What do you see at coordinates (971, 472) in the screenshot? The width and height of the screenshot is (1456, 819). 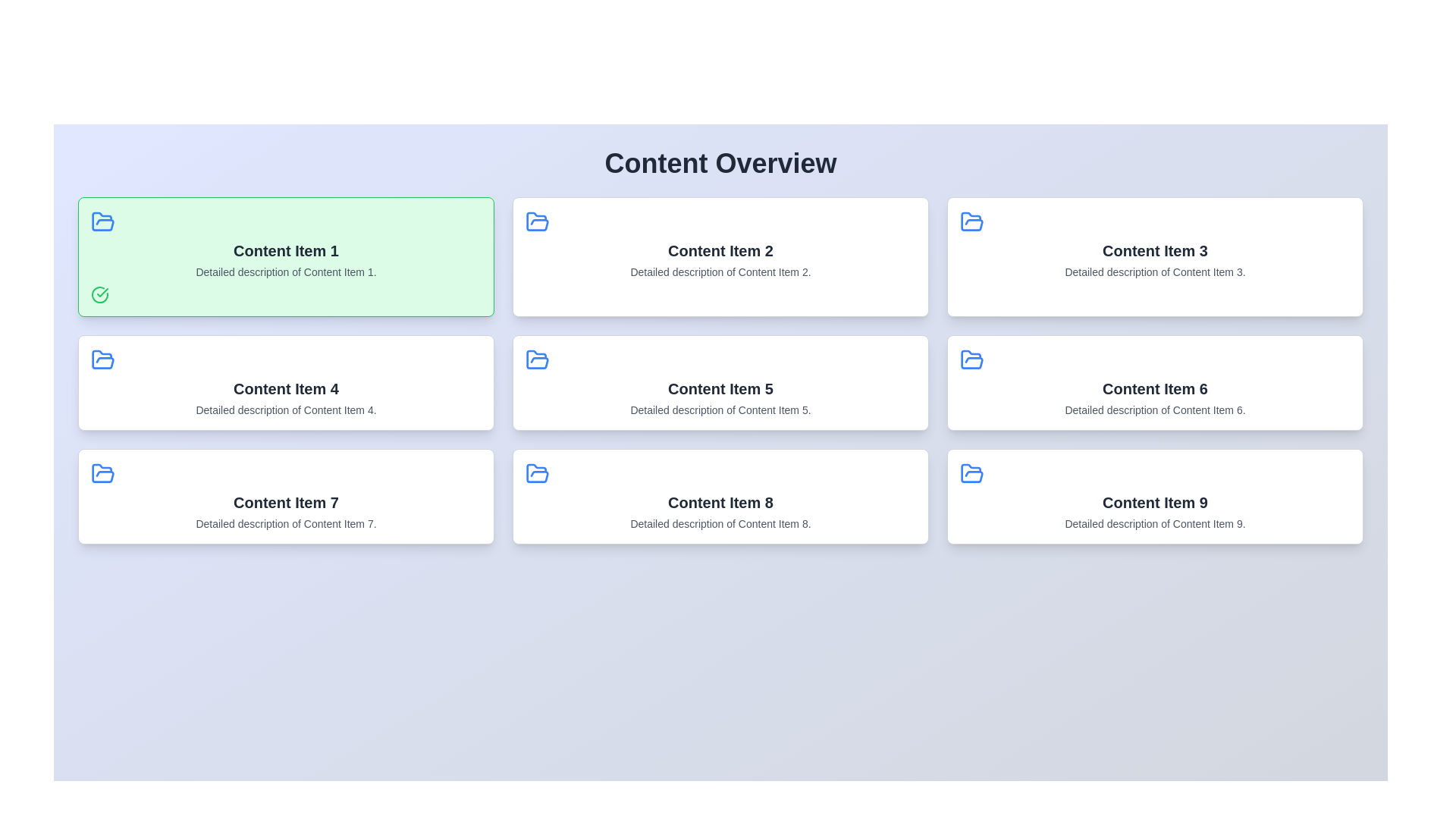 I see `the blue open folder icon located in the 'Content Overview' section, corresponding to 'Content Item 9' in the last row` at bounding box center [971, 472].